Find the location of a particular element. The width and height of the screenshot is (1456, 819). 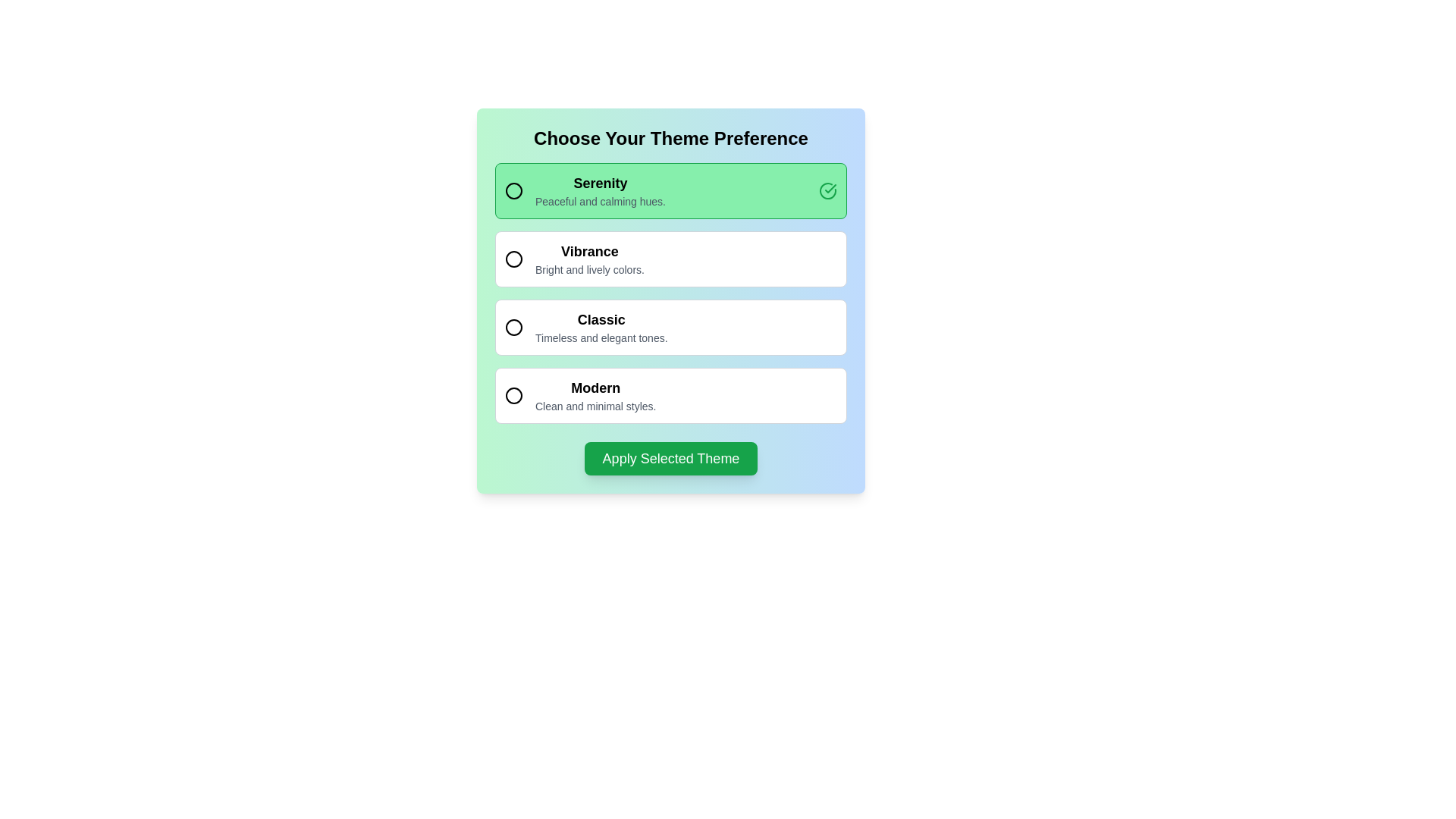

the first selectable theme labeled 'Serenity' in the 'Choose Your Theme Preference' section and select it via keyboard input is located at coordinates (670, 190).